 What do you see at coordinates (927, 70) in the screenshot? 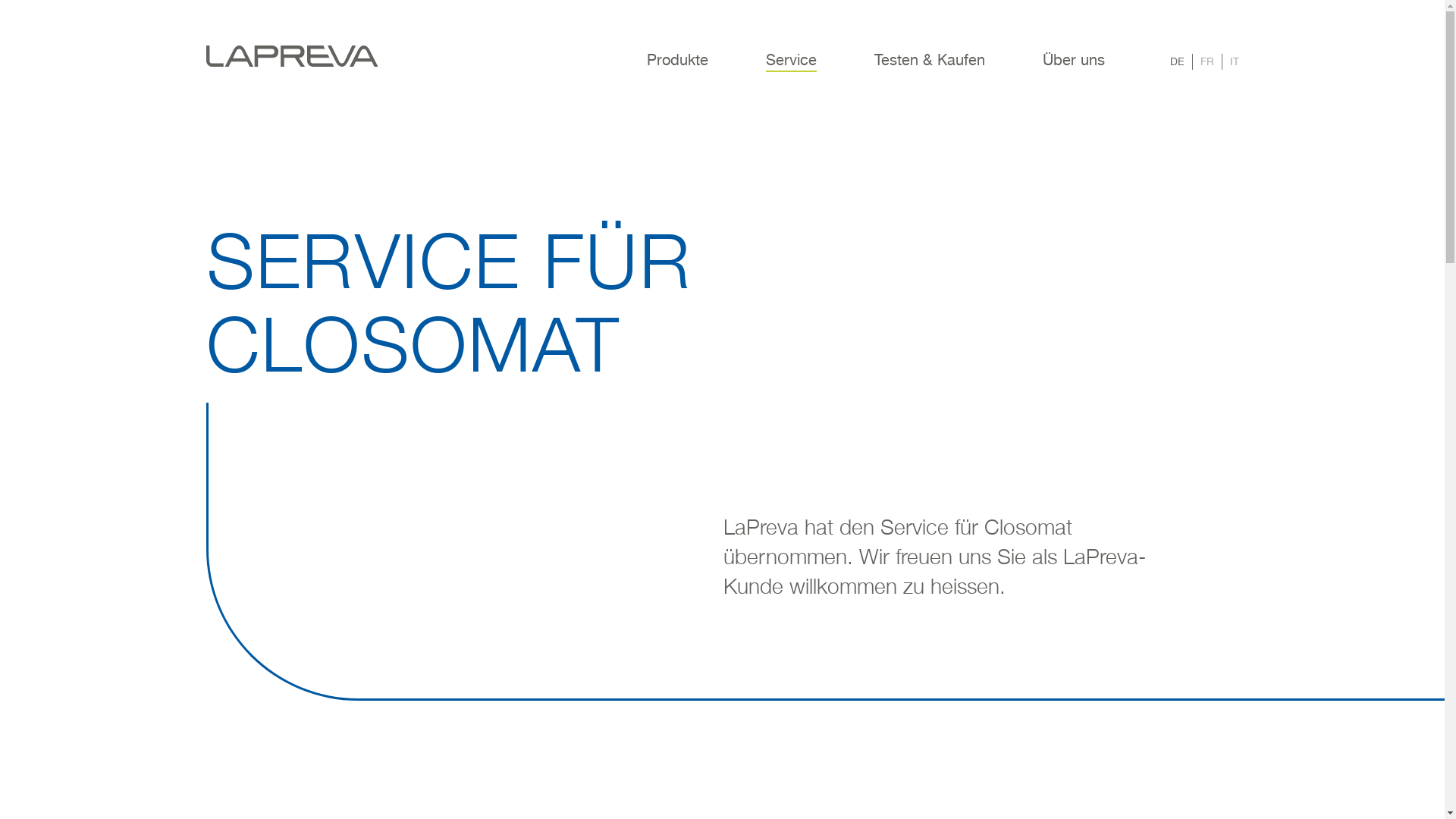
I see `'Testen & Kaufen'` at bounding box center [927, 70].